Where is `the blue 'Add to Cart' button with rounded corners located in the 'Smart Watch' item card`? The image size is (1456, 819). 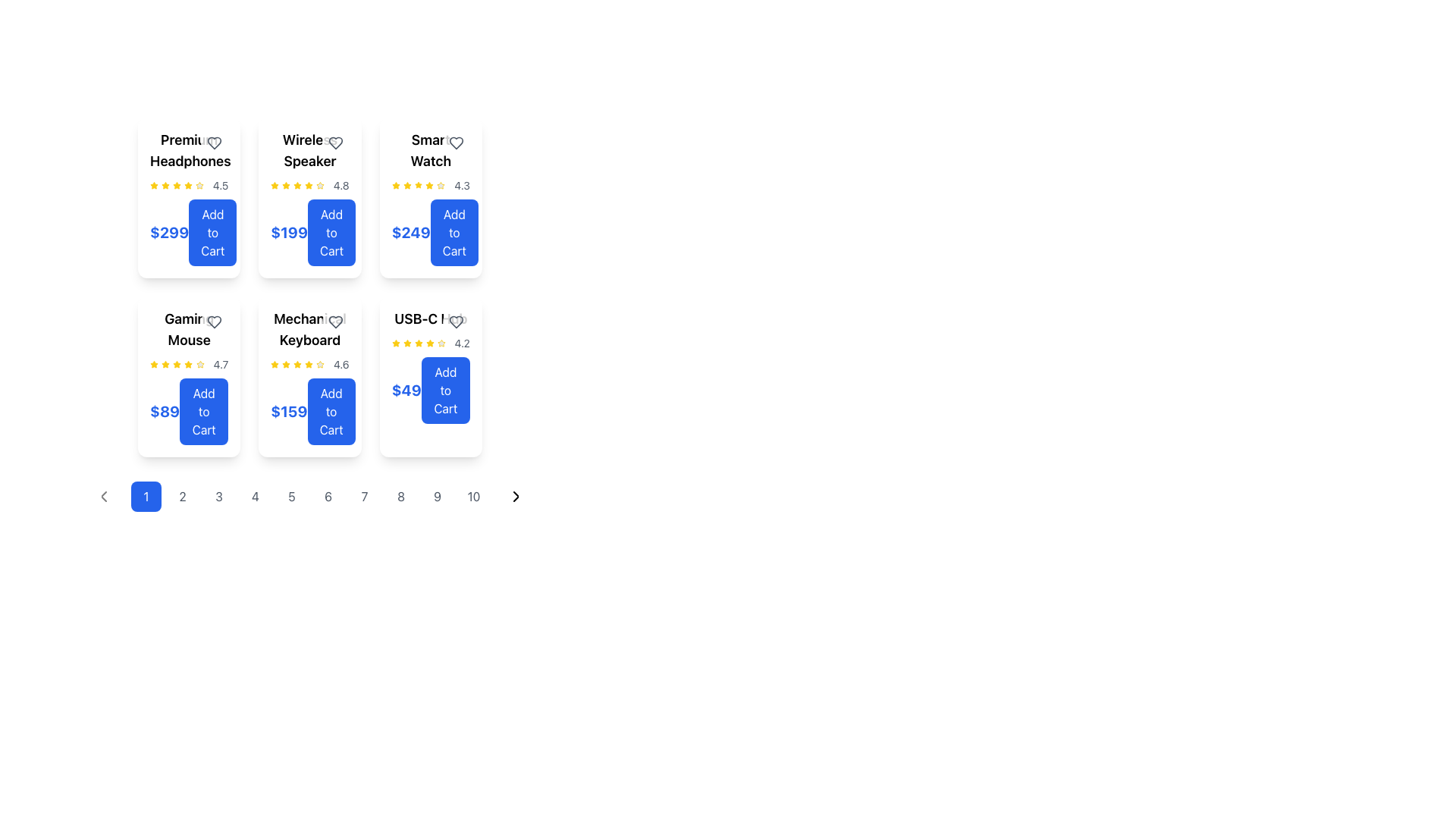 the blue 'Add to Cart' button with rounded corners located in the 'Smart Watch' item card is located at coordinates (453, 233).